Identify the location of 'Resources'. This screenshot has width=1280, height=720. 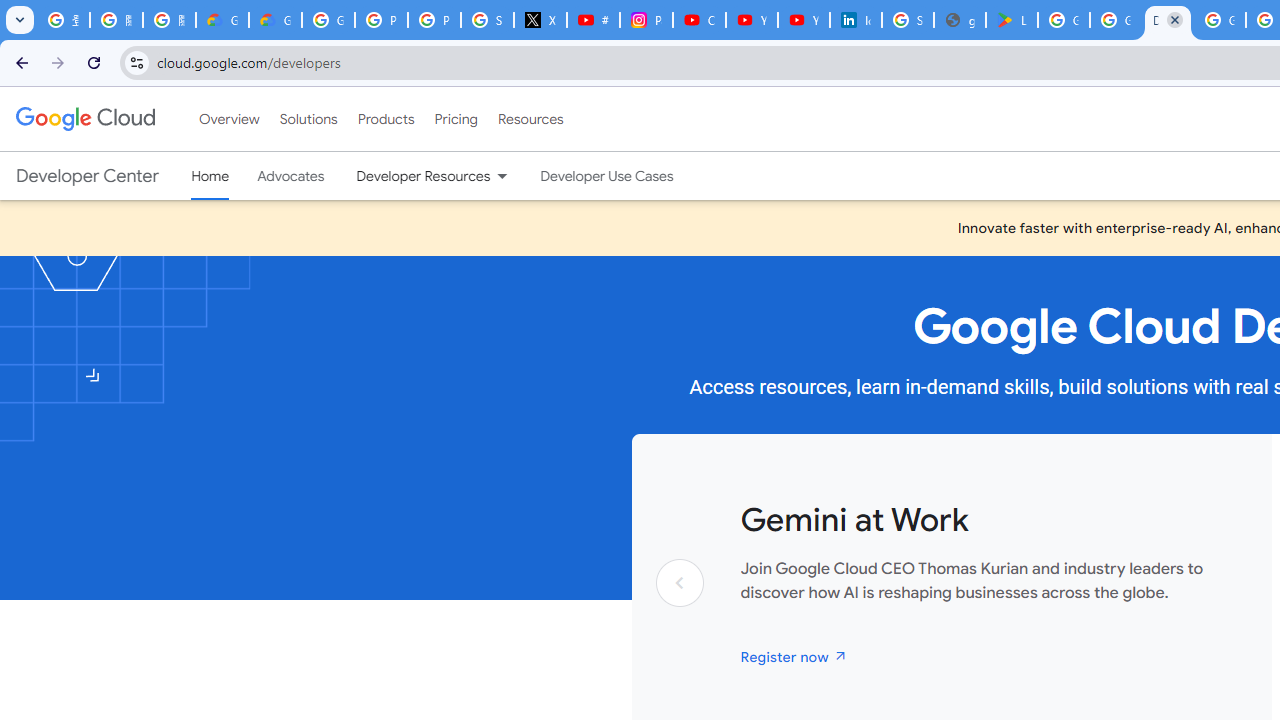
(530, 119).